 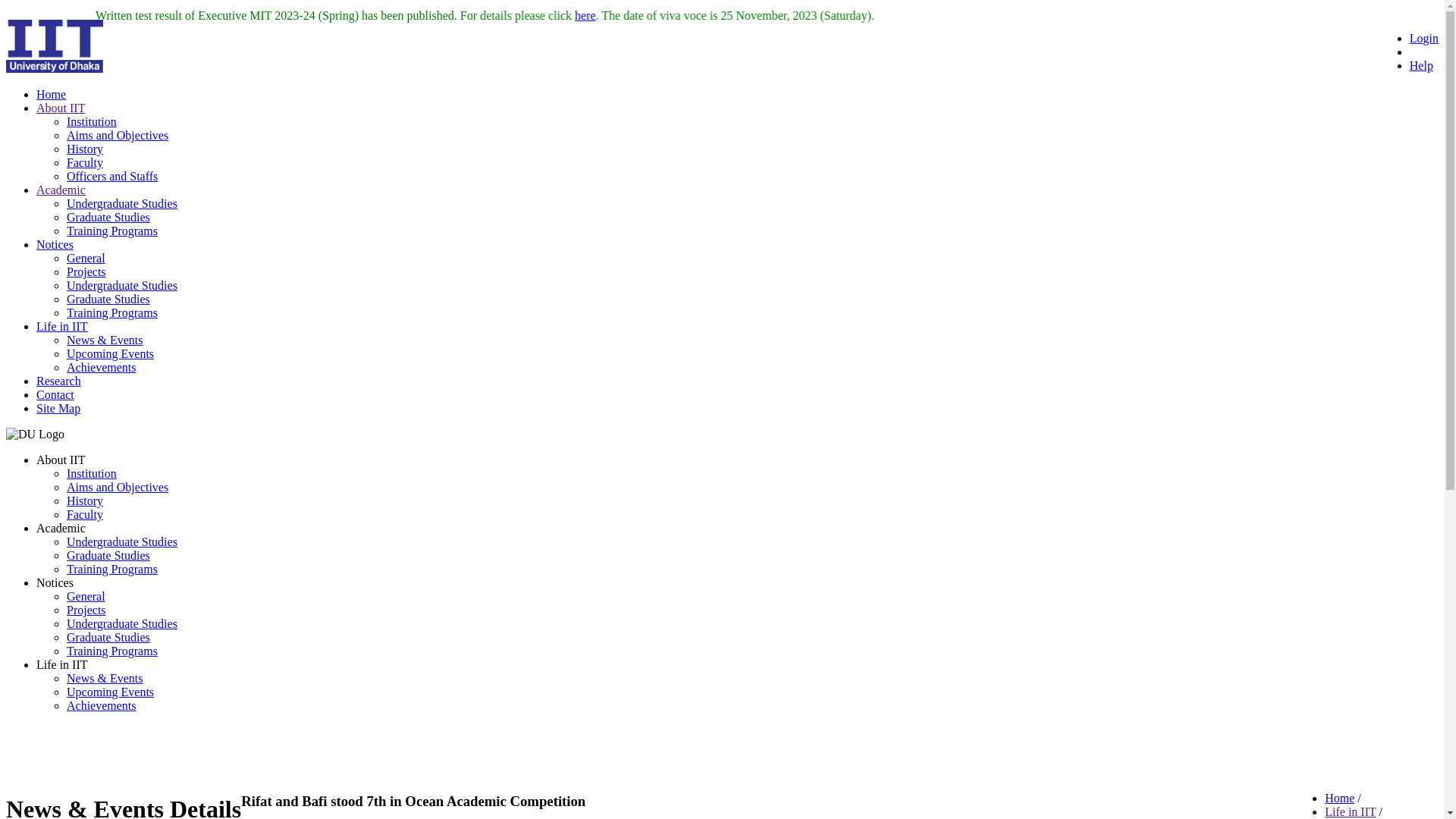 What do you see at coordinates (111, 175) in the screenshot?
I see `'Officers and Staffs'` at bounding box center [111, 175].